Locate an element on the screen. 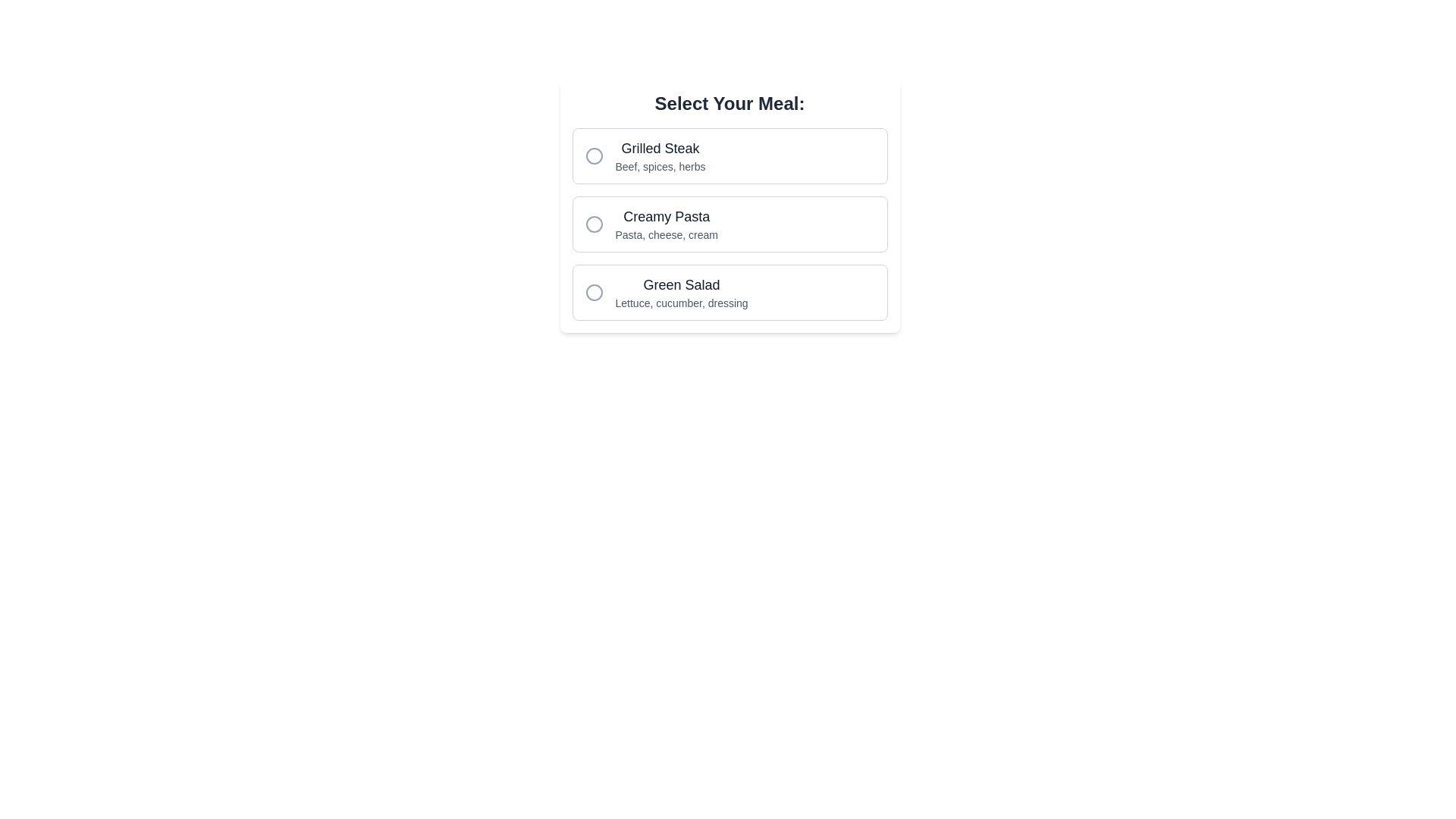 Image resolution: width=1456 pixels, height=819 pixels. the selectable choice in the menu for the dish named 'Green Salad', which is the third item in a vertical list of options is located at coordinates (681, 292).